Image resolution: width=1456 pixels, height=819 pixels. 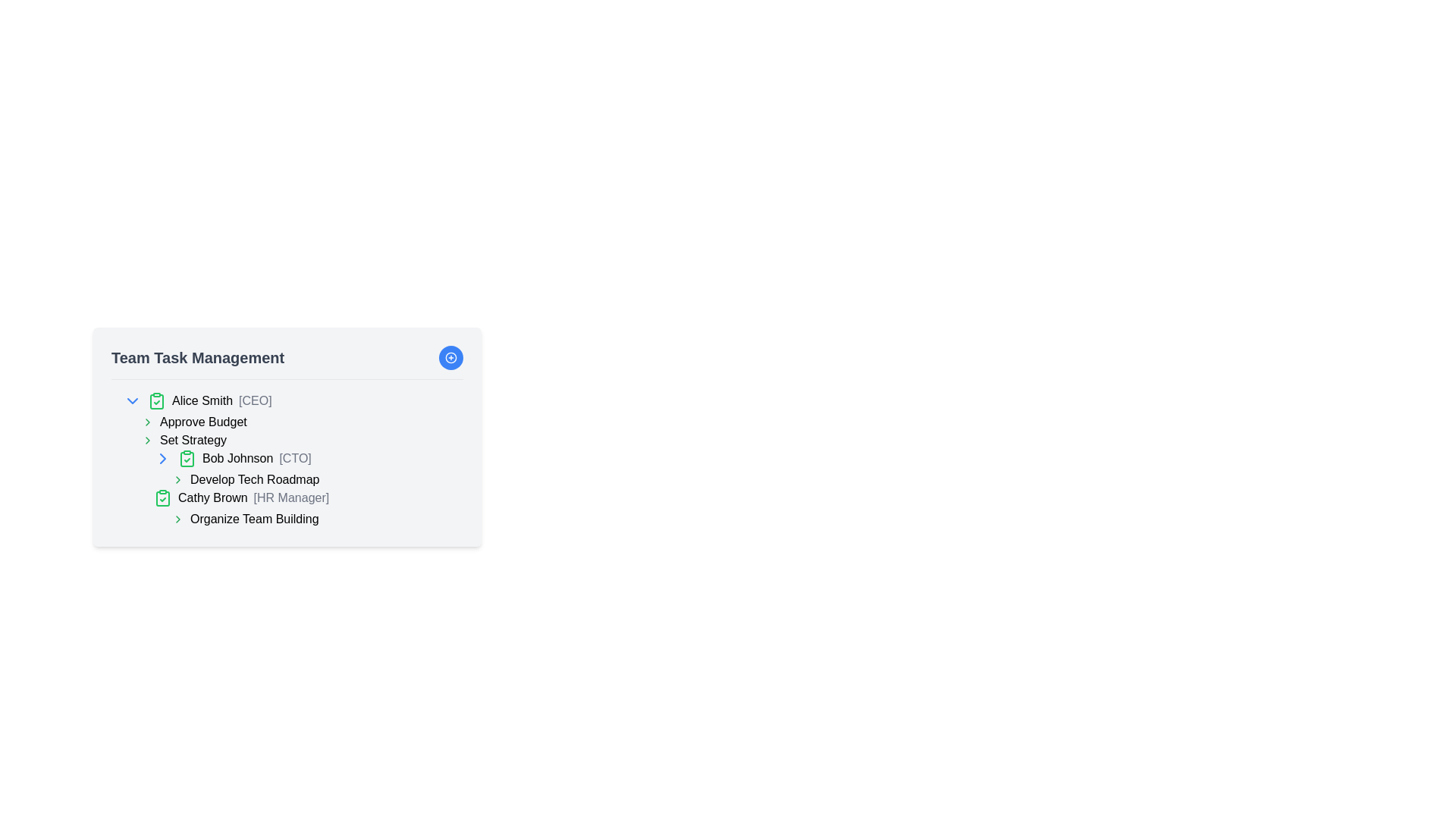 What do you see at coordinates (202, 400) in the screenshot?
I see `the text label identifying 'Alice Smith' in the role-based hierarchy interface, located below the 'Team Task Management' header` at bounding box center [202, 400].